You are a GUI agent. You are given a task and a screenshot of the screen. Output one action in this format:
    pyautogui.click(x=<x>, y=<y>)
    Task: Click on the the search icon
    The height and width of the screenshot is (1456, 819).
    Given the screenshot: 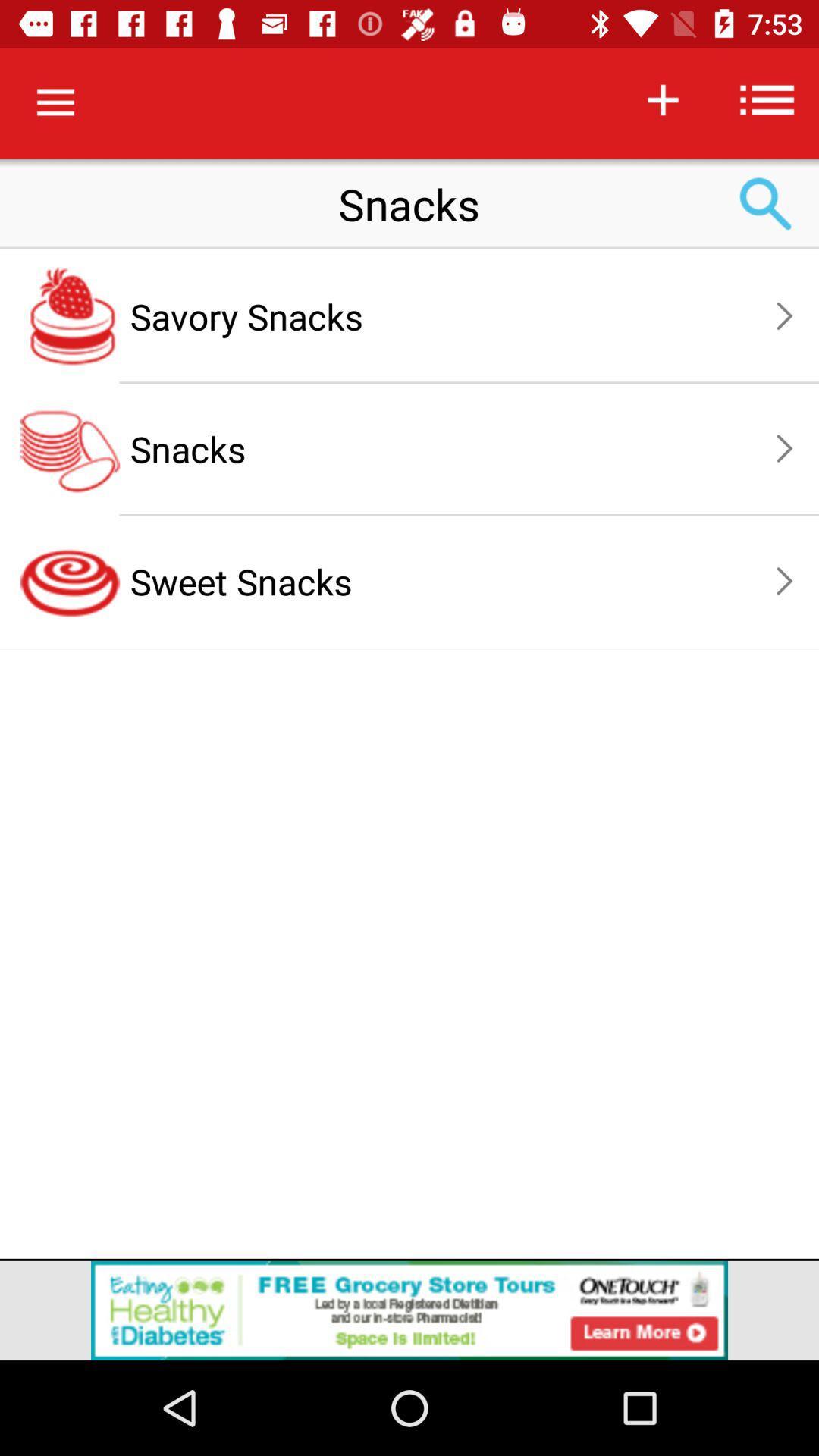 What is the action you would take?
    pyautogui.click(x=766, y=203)
    